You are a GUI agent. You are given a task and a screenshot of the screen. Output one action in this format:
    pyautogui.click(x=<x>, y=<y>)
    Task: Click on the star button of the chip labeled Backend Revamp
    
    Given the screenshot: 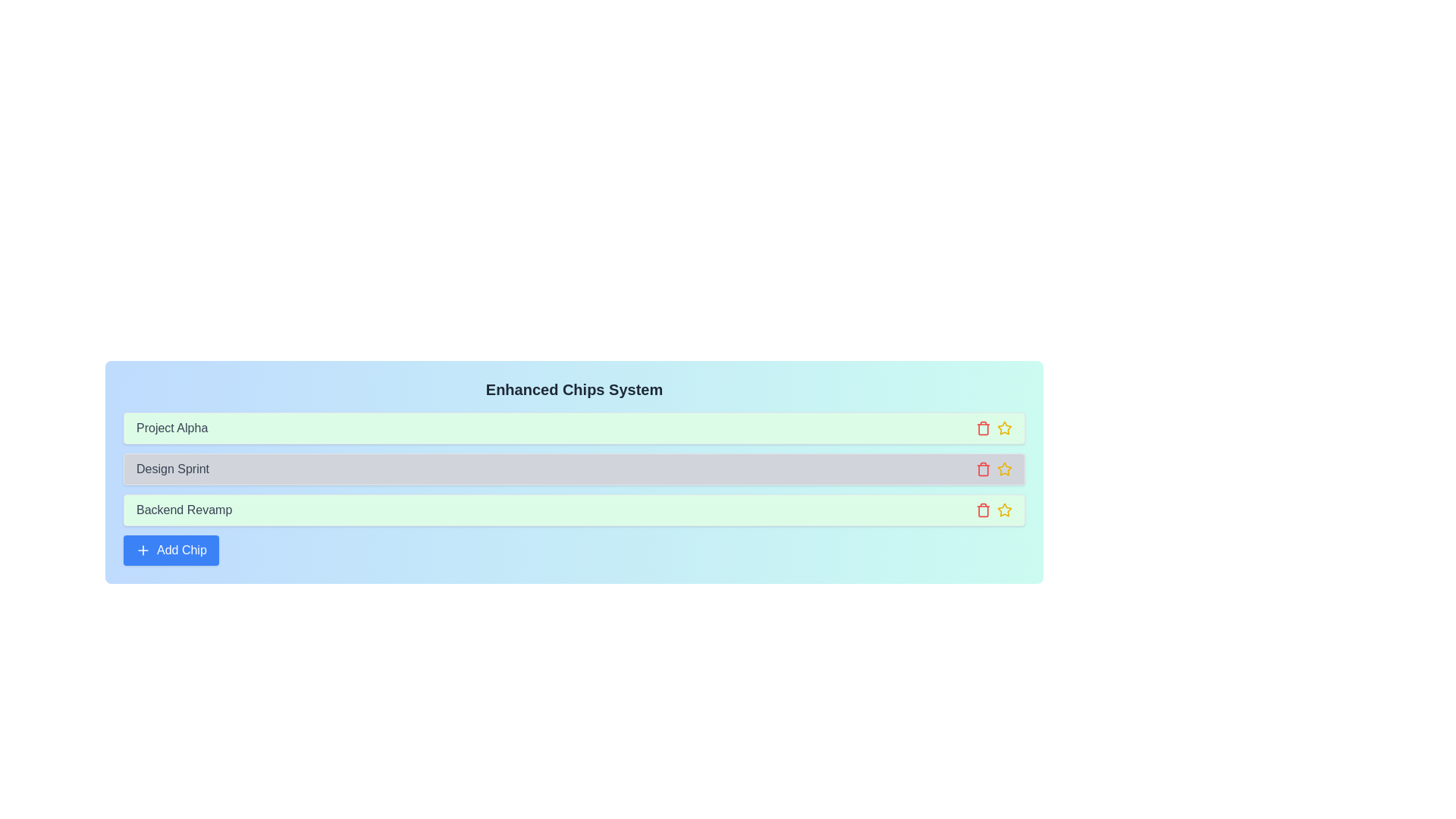 What is the action you would take?
    pyautogui.click(x=1004, y=510)
    